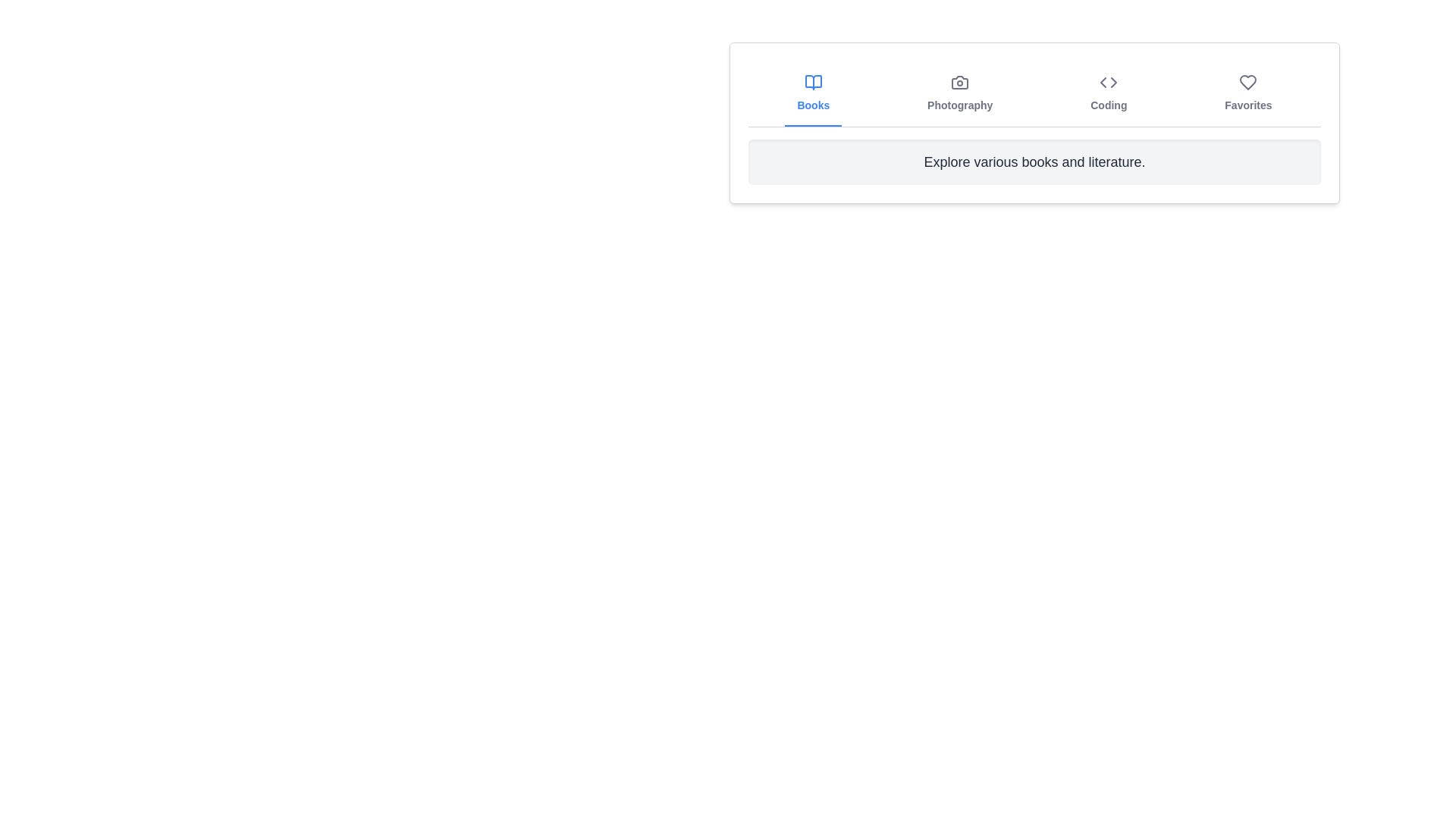  Describe the element at coordinates (1248, 104) in the screenshot. I see `text of the static label indicating 'Favorites' in the fourth segment of the top navigation menu` at that location.